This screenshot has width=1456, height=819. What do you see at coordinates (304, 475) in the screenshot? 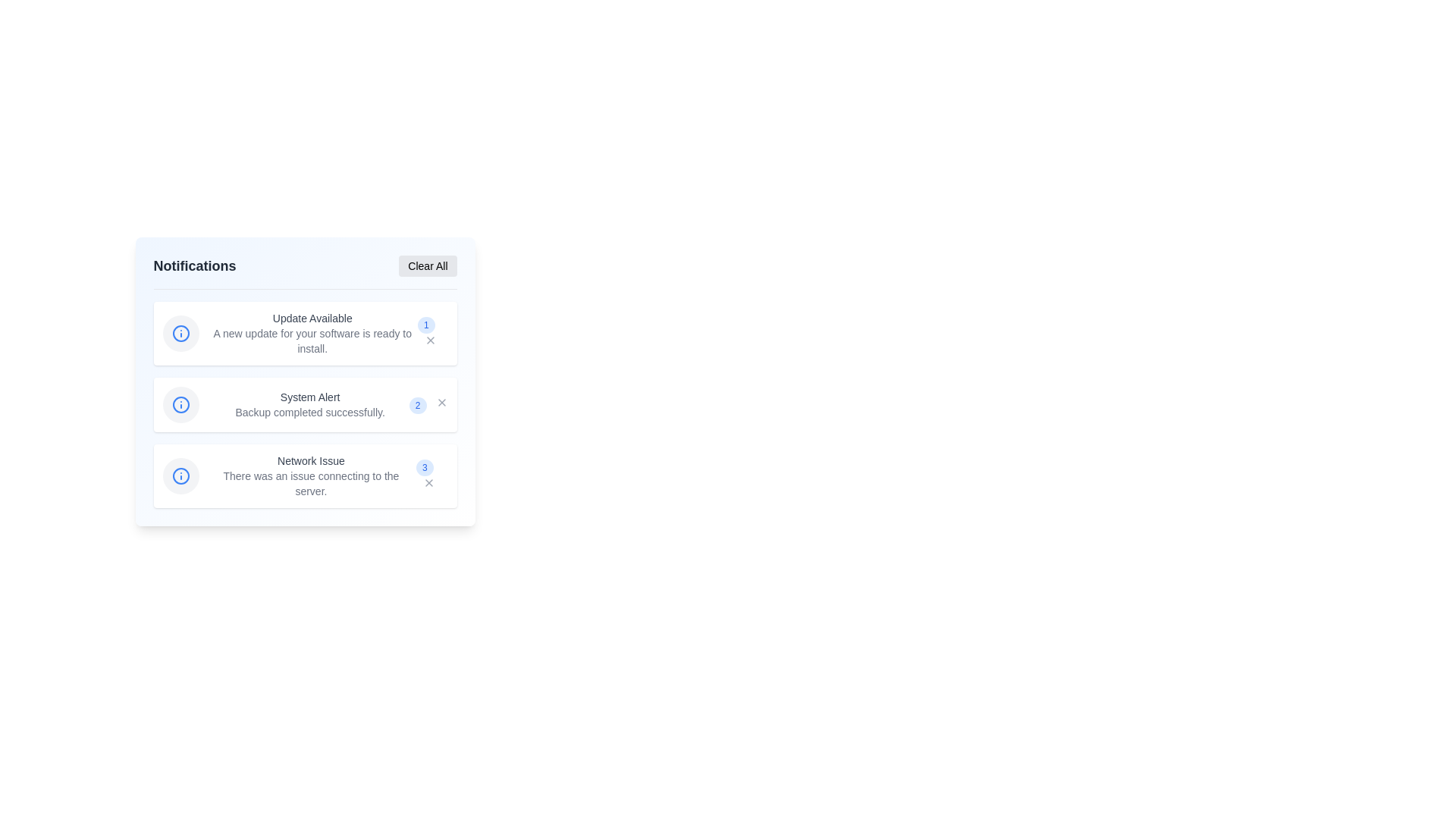
I see `the third notification card in the notification panel that provides information about a network issue, located directly below the 'System Alert' card` at bounding box center [304, 475].